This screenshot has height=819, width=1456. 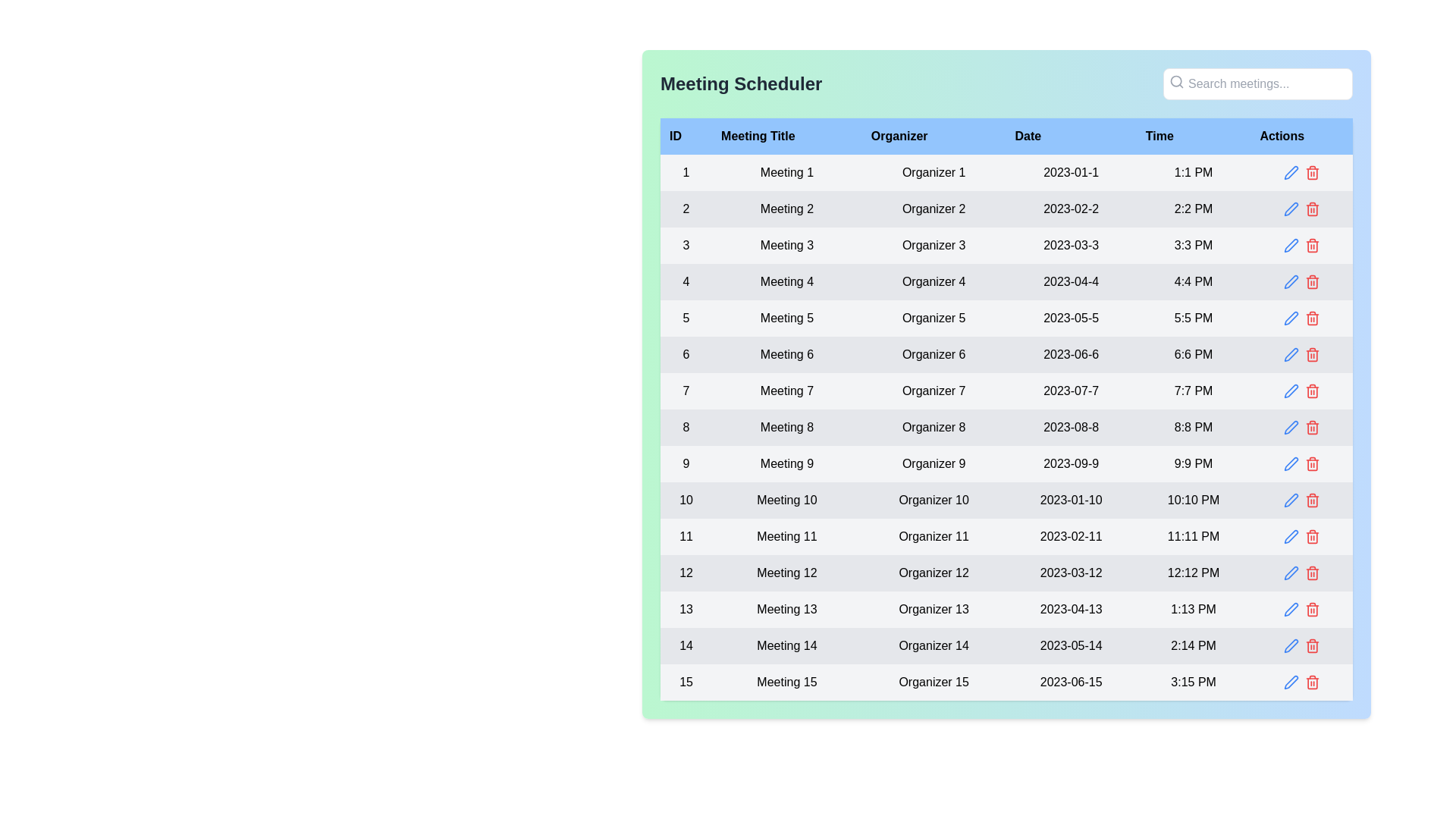 I want to click on the second row in the meeting scheduler table, so click(x=1006, y=209).